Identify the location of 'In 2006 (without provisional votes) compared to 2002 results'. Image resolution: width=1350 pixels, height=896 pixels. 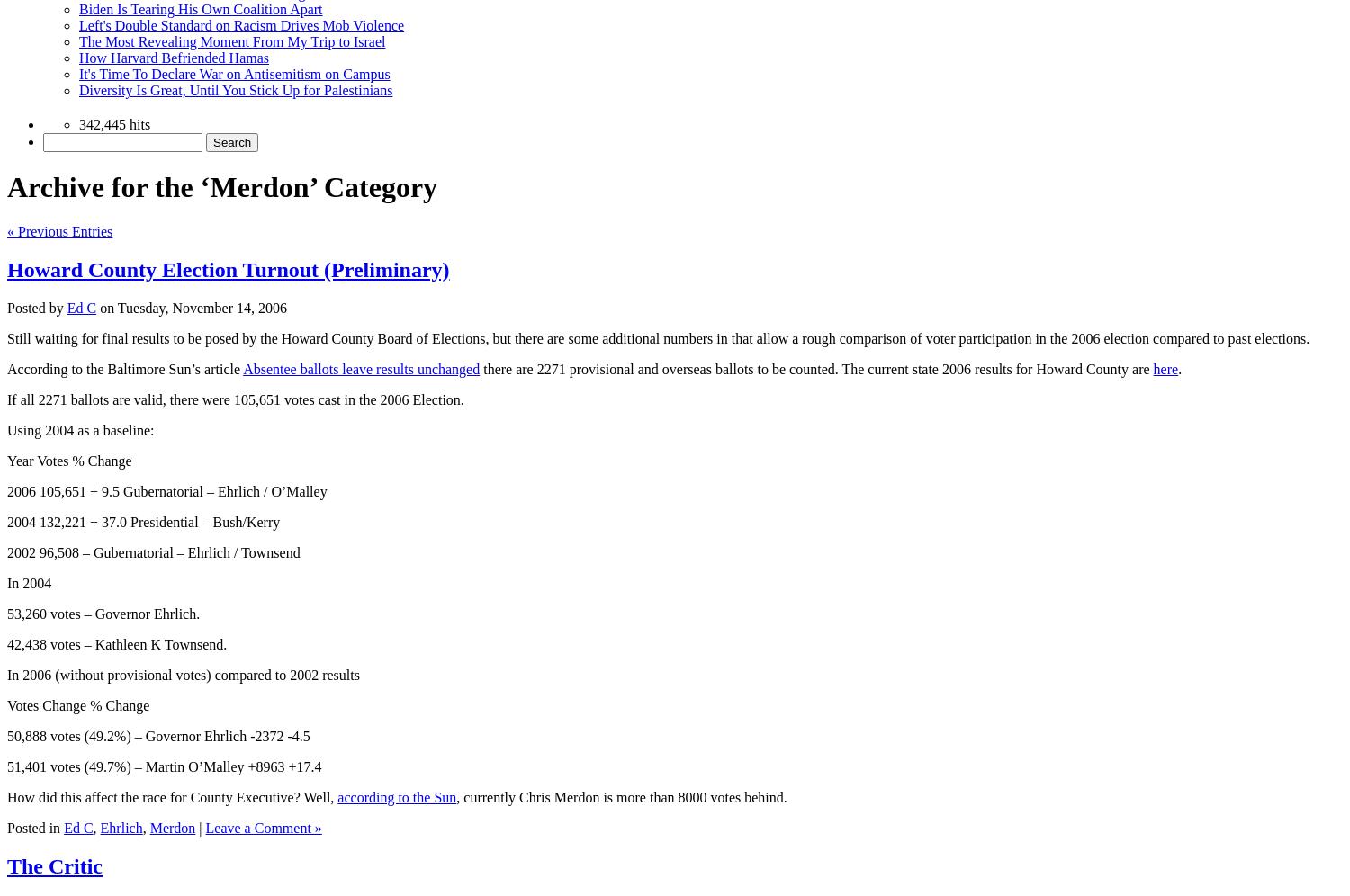
(6, 674).